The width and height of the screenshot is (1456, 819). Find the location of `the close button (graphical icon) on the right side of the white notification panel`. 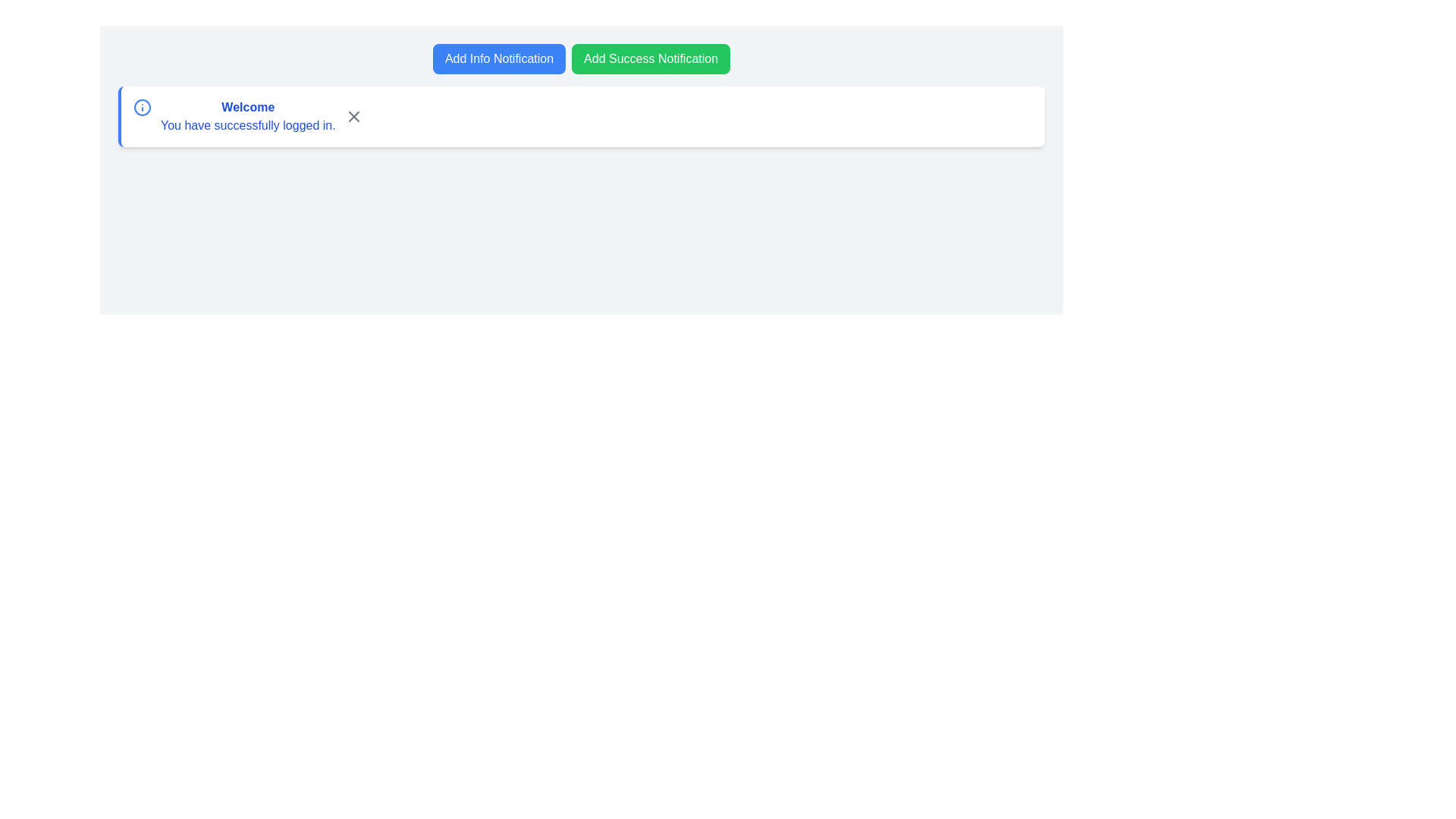

the close button (graphical icon) on the right side of the white notification panel is located at coordinates (353, 116).